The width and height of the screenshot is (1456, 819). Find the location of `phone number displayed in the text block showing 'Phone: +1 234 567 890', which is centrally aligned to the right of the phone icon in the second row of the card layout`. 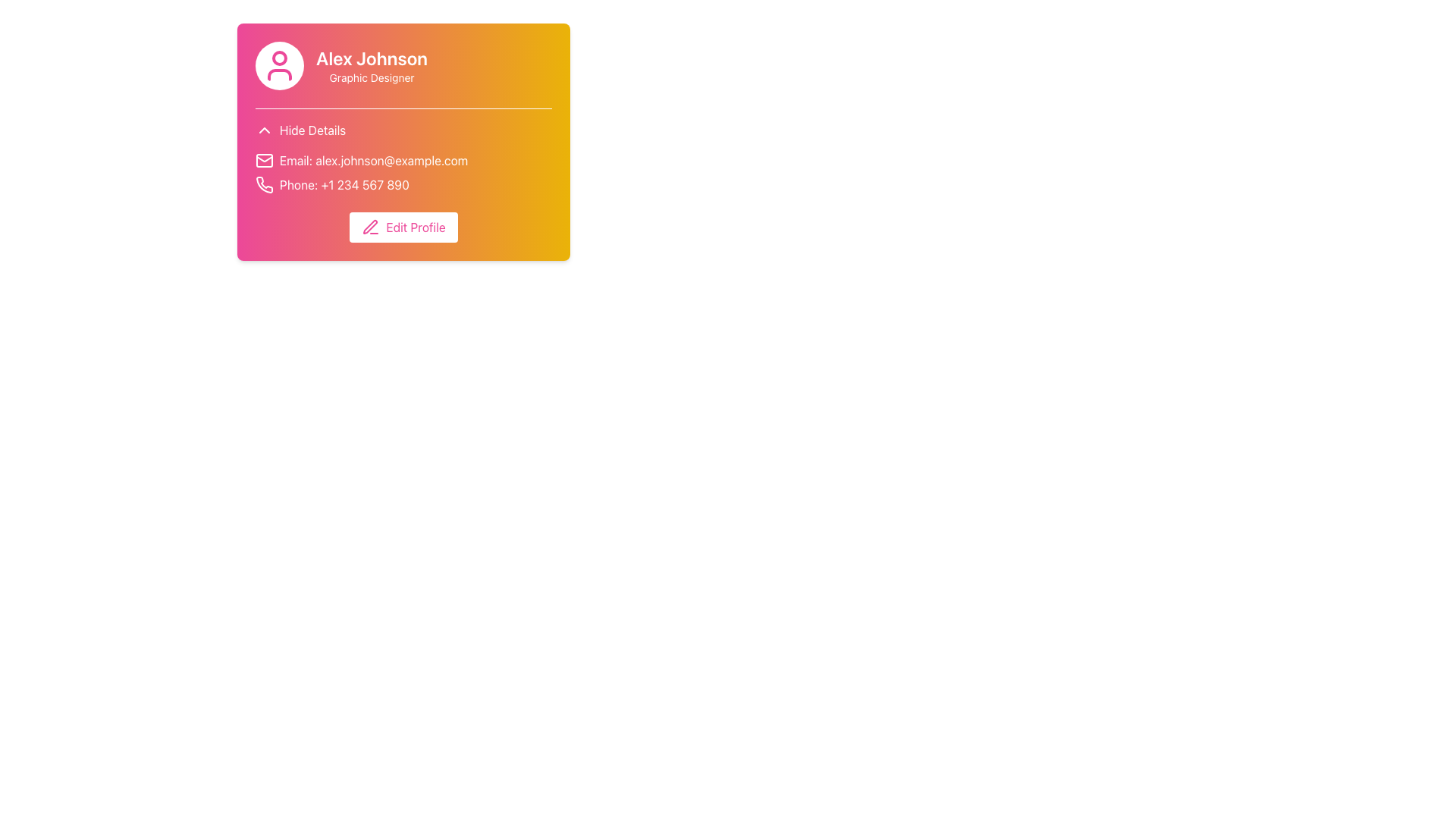

phone number displayed in the text block showing 'Phone: +1 234 567 890', which is centrally aligned to the right of the phone icon in the second row of the card layout is located at coordinates (344, 184).